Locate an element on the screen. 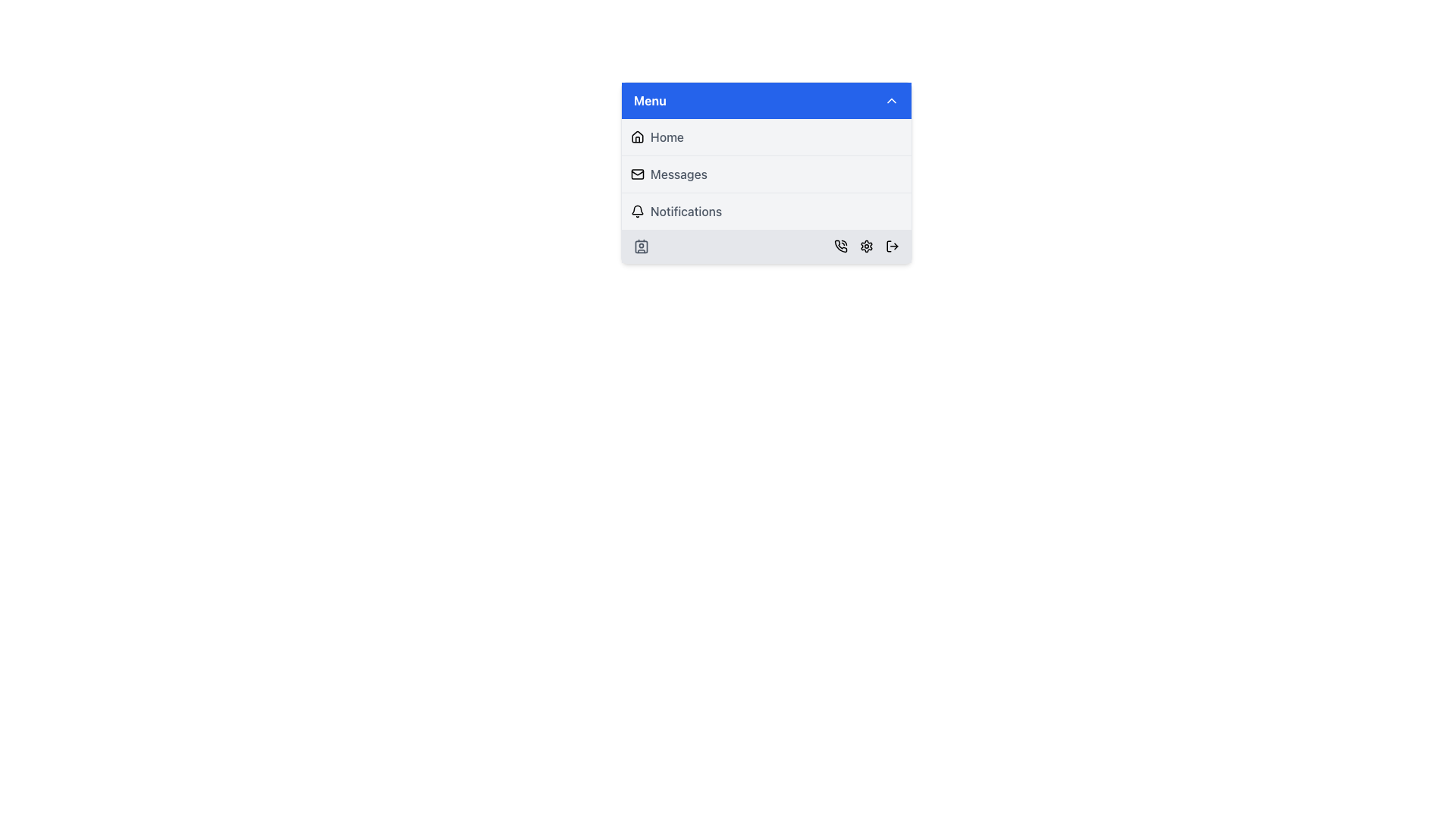  the bell icon that indicates notifications or alerts, which is located on the right side of the 'Notifications' list entry within the menu panel is located at coordinates (637, 210).